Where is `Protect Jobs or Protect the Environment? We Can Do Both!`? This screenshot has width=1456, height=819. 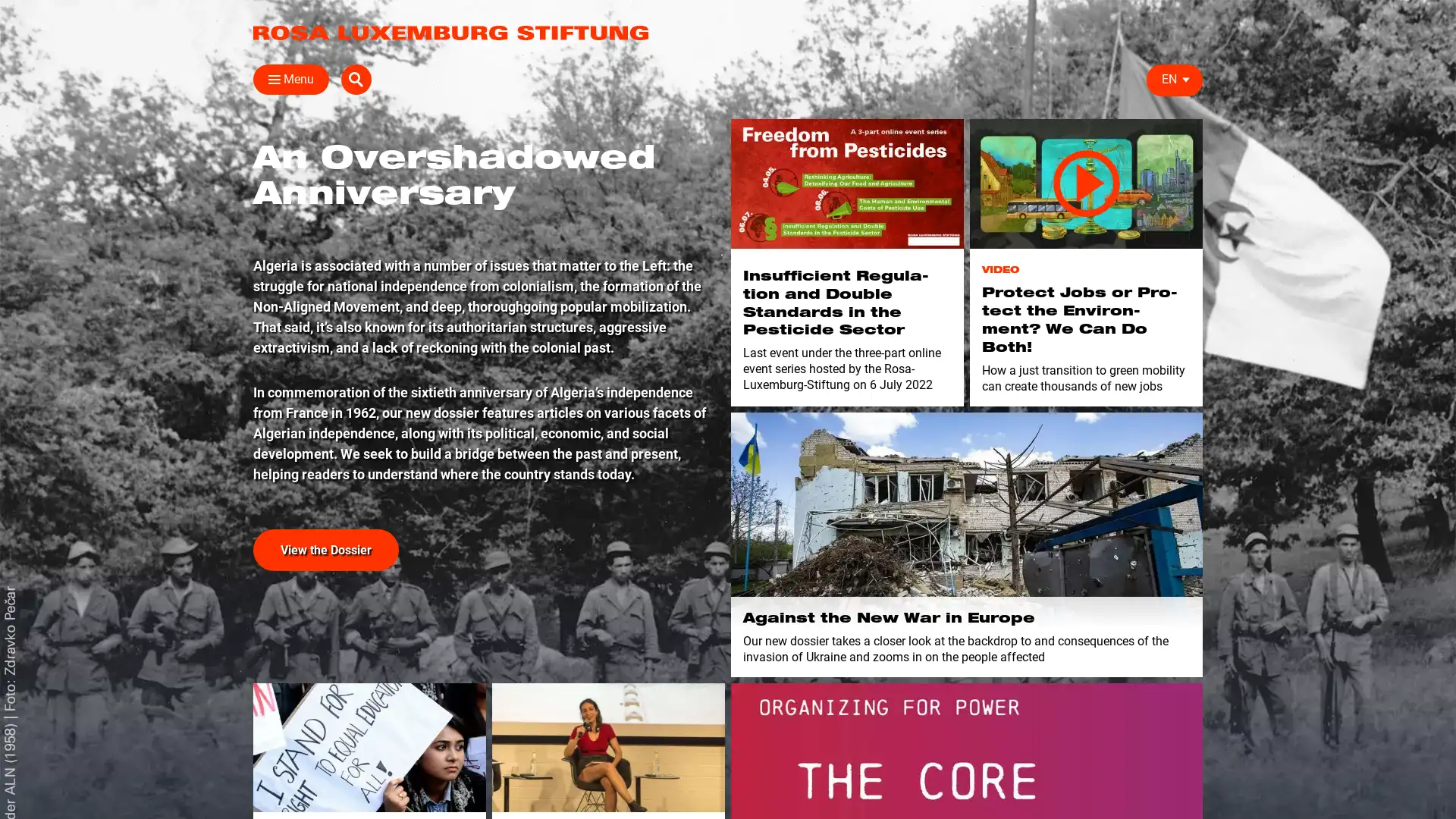 Protect Jobs or Protect the Environment? We Can Do Both! is located at coordinates (1085, 183).